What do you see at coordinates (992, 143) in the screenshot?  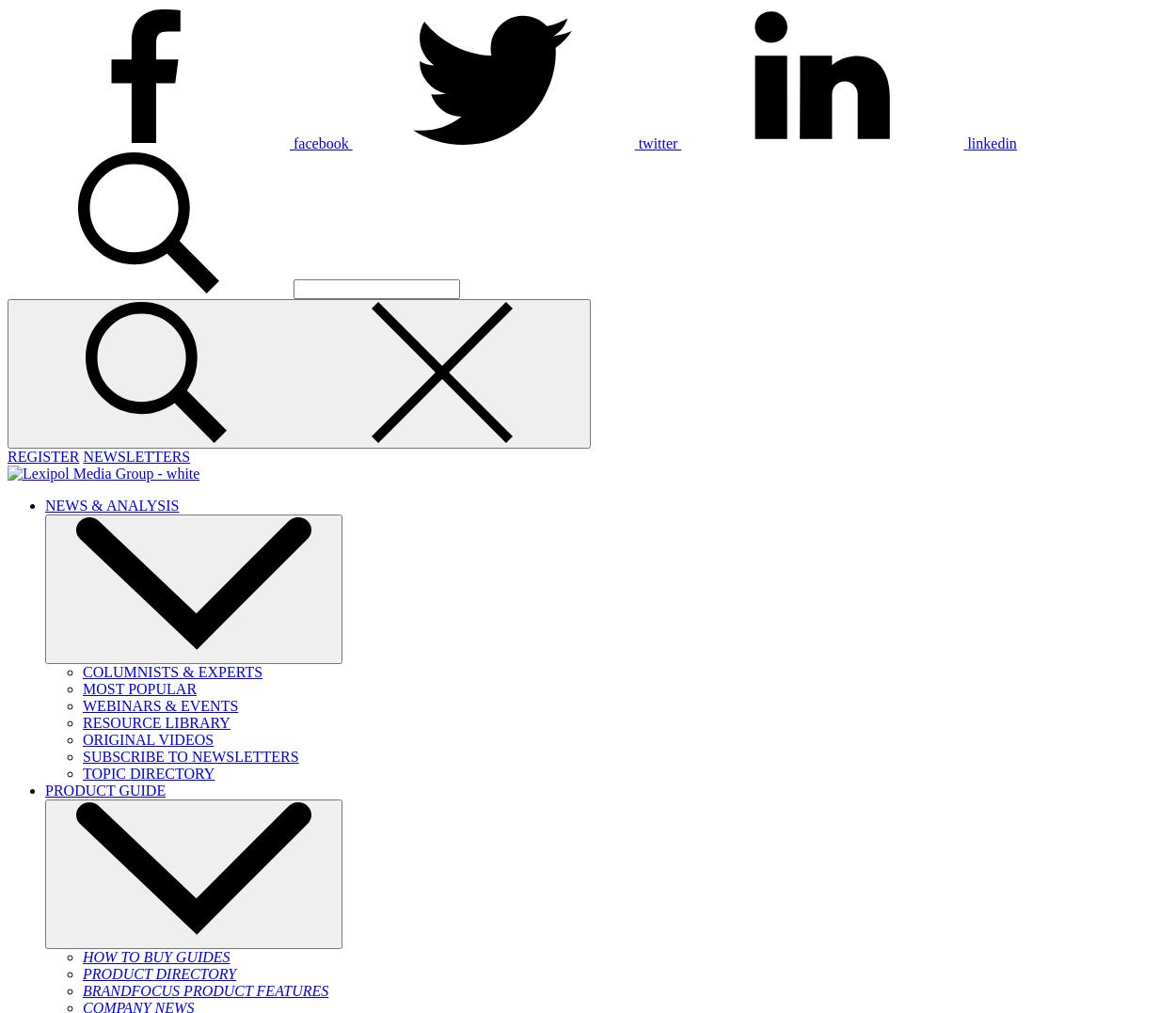 I see `'linkedin'` at bounding box center [992, 143].